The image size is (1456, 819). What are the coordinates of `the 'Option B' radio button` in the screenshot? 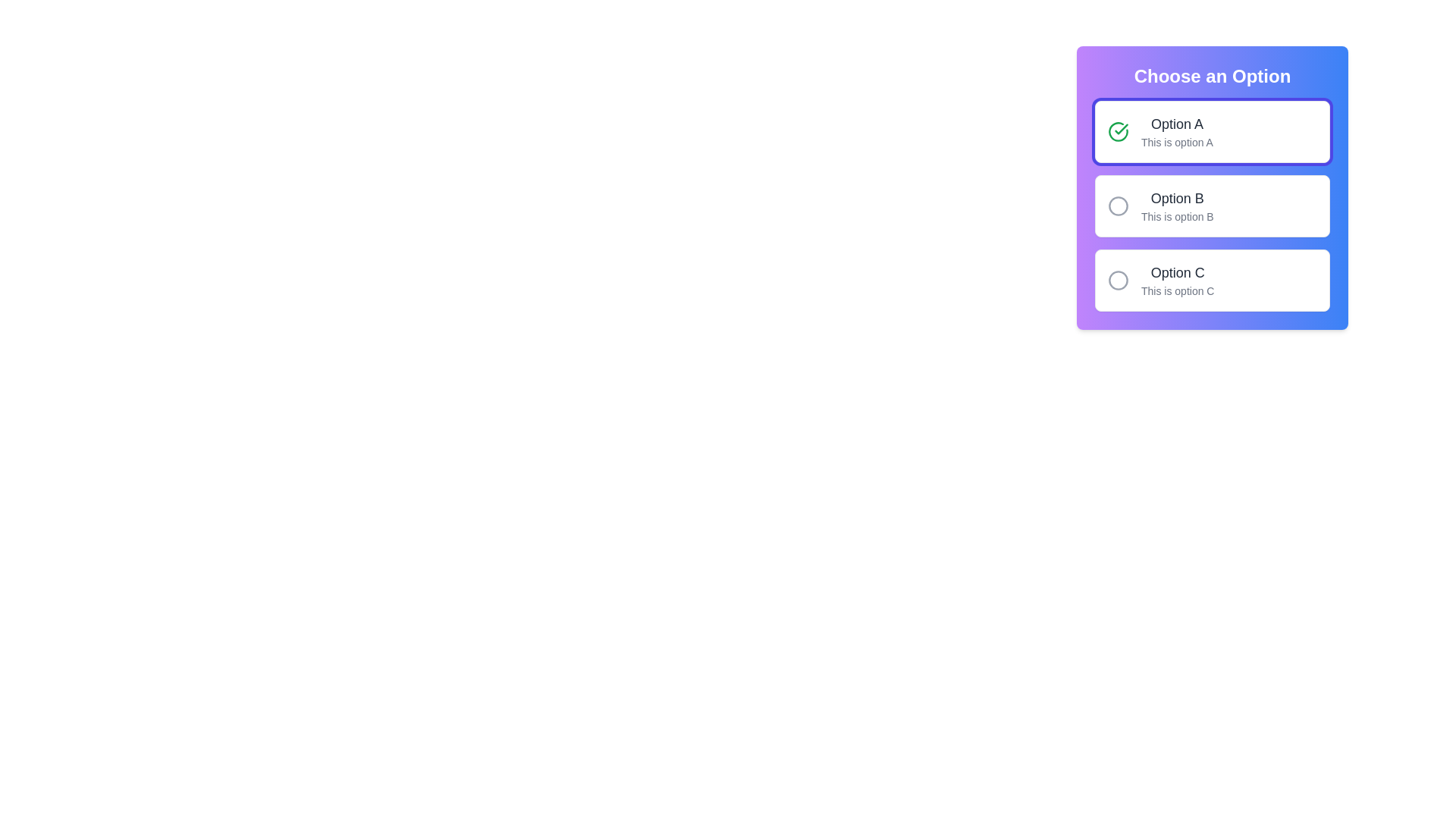 It's located at (1211, 206).